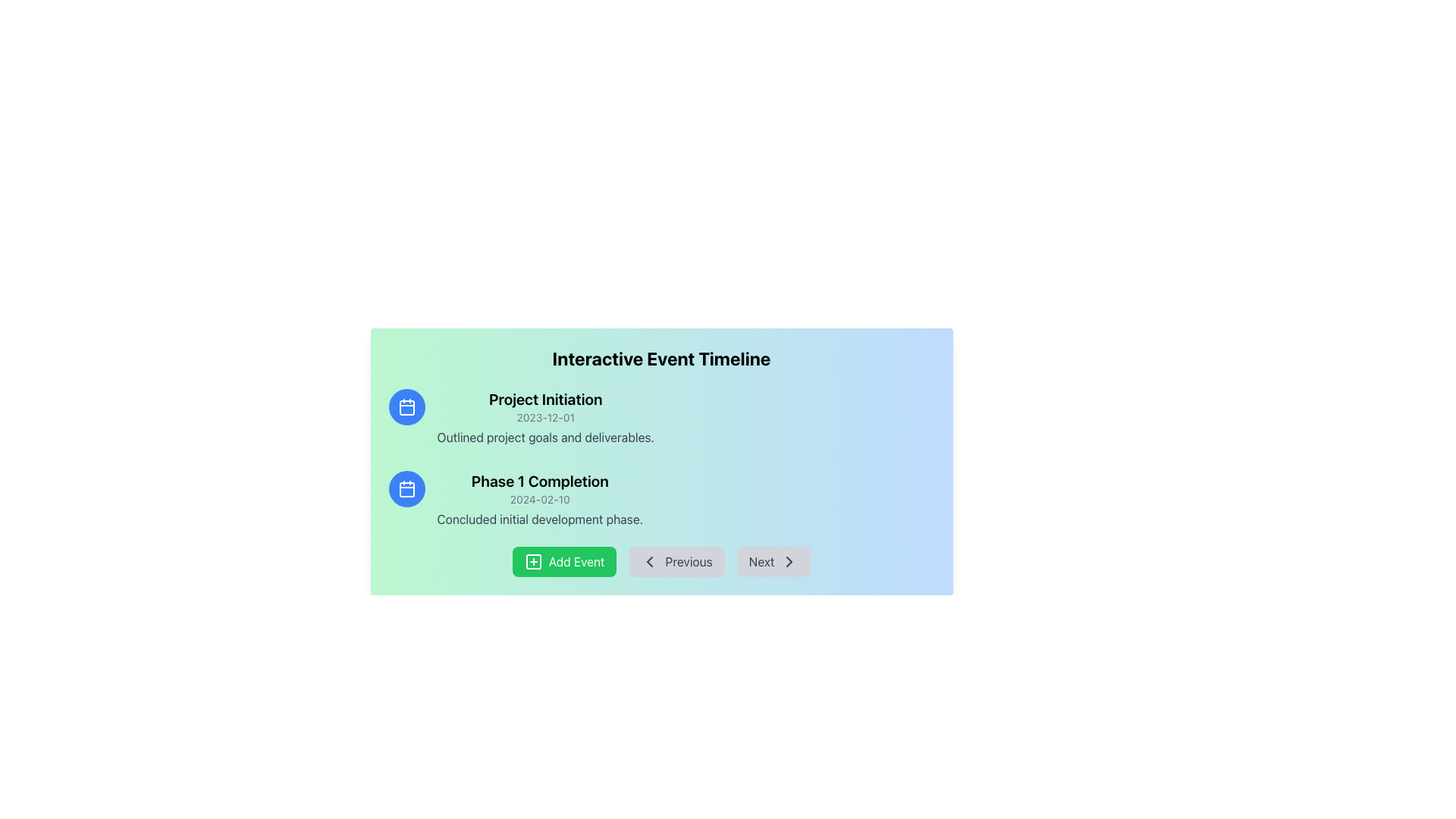 Image resolution: width=1456 pixels, height=819 pixels. What do you see at coordinates (545, 399) in the screenshot?
I see `label 'Project Initiation' which is a large, bold black text located above the date '2023-12-01' on a gradient background` at bounding box center [545, 399].